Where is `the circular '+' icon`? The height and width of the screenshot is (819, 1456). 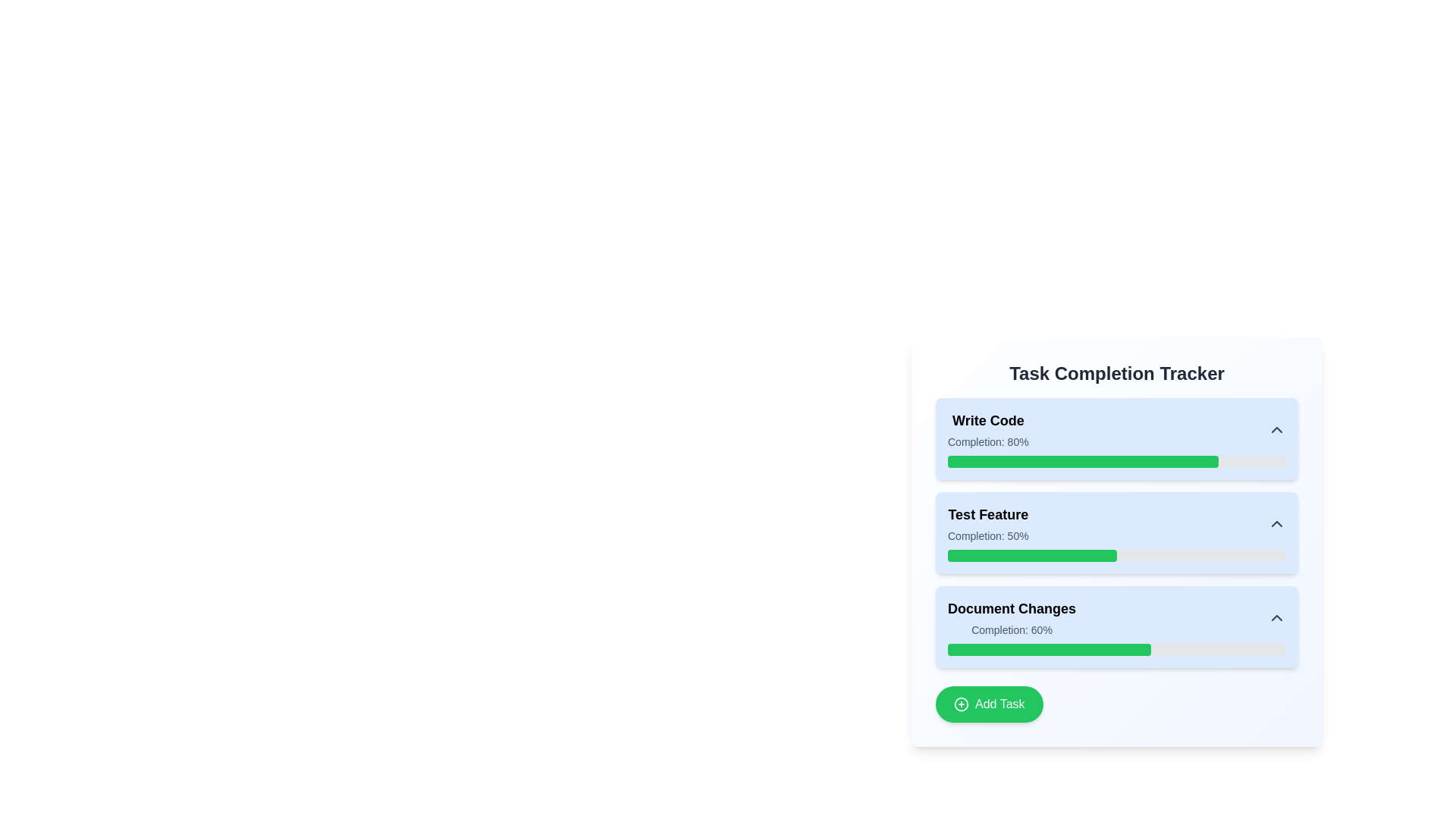
the circular '+' icon is located at coordinates (960, 704).